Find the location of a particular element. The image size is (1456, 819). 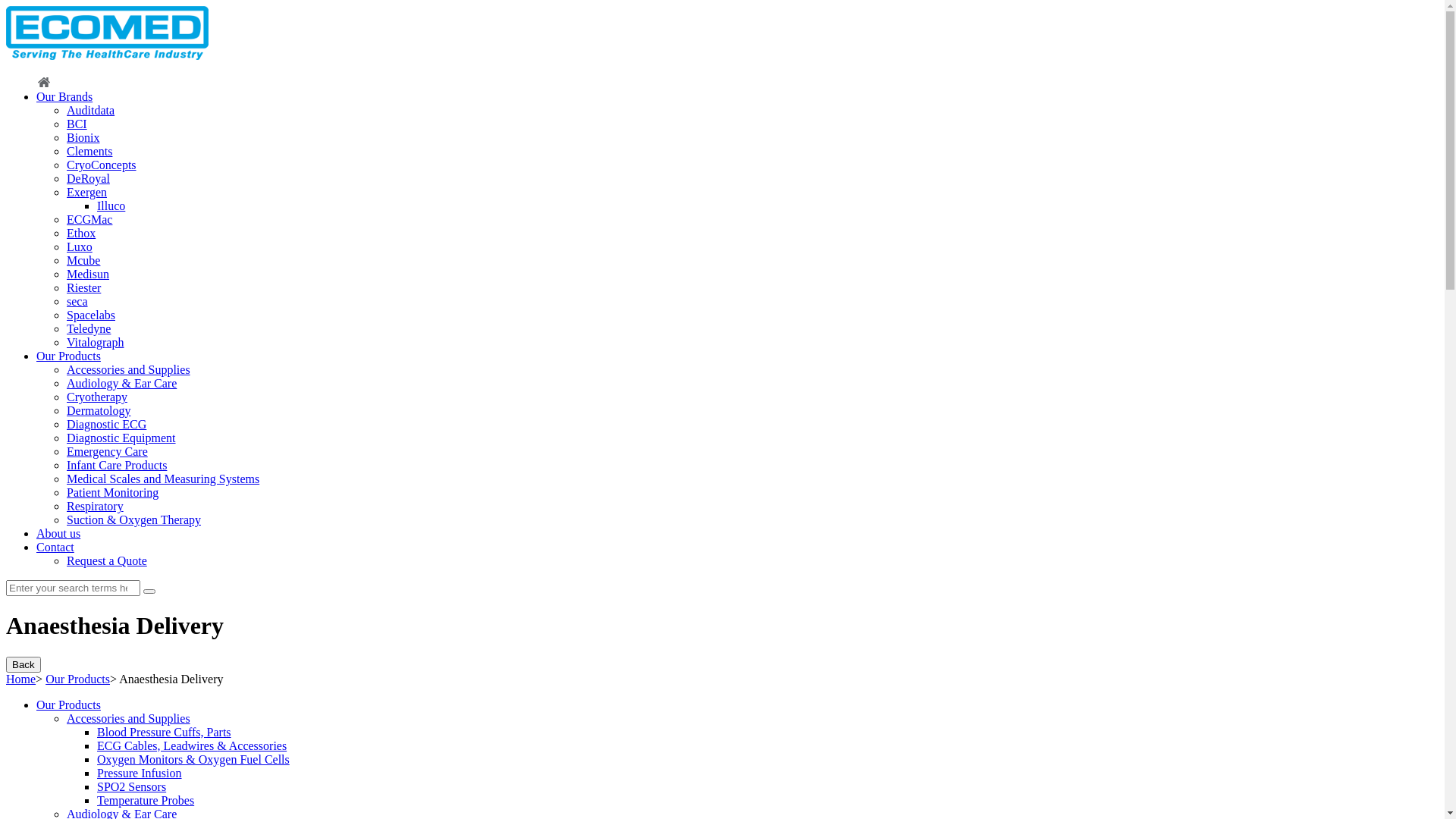

'Home' is located at coordinates (43, 82).